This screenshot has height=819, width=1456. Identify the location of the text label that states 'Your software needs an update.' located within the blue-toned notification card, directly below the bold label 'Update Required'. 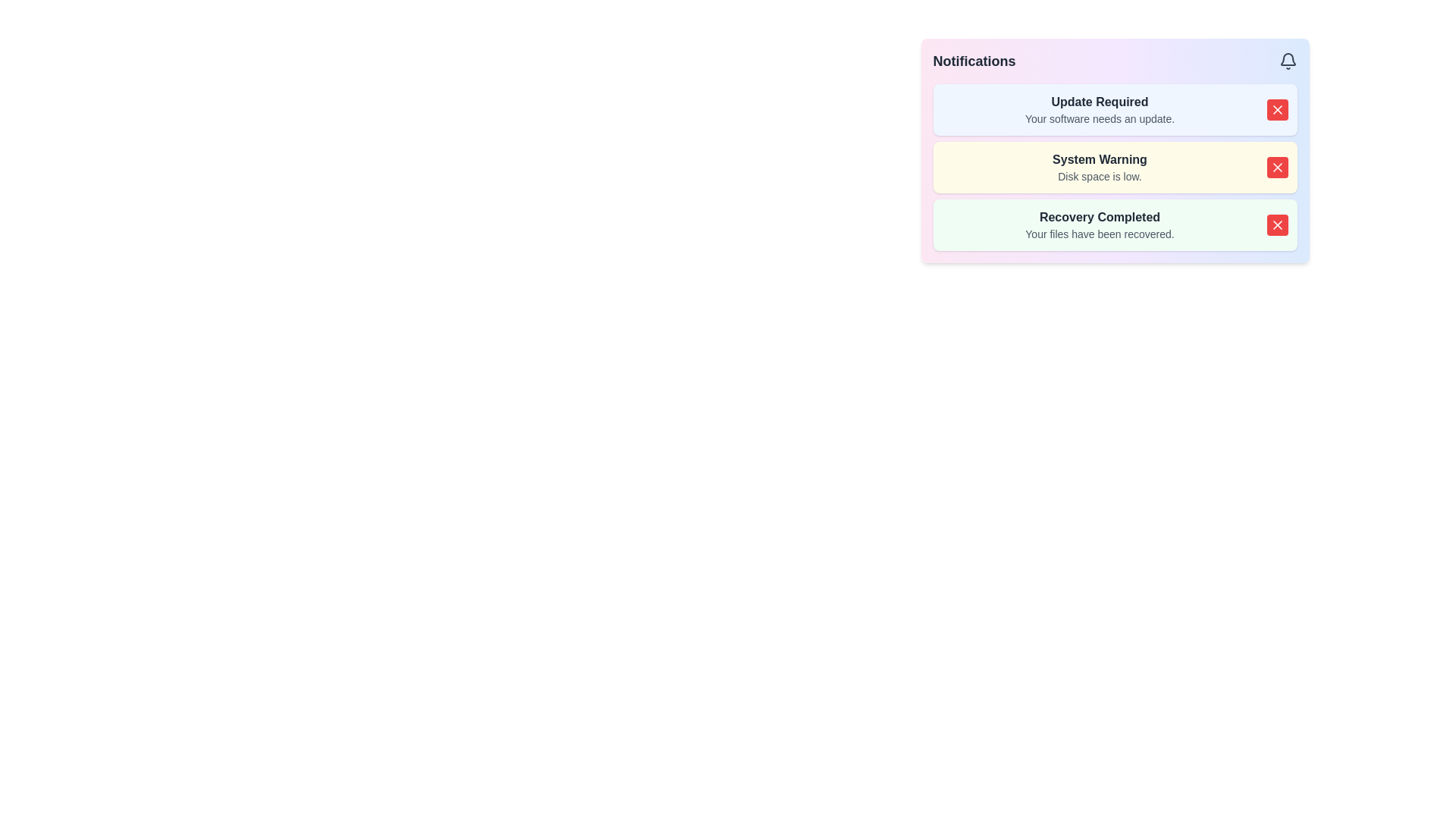
(1100, 118).